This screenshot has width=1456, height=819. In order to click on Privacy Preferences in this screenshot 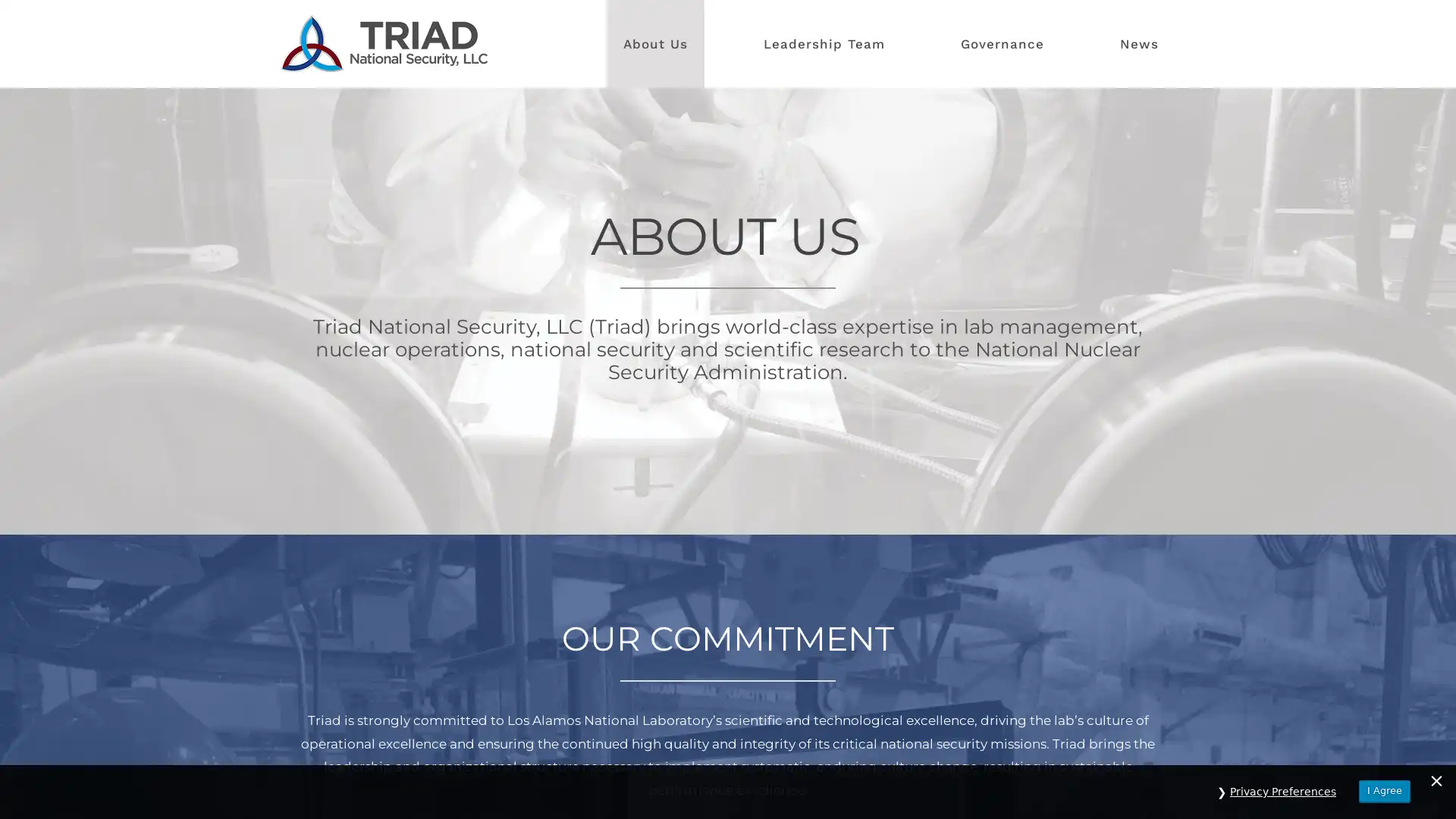, I will do `click(1282, 791)`.